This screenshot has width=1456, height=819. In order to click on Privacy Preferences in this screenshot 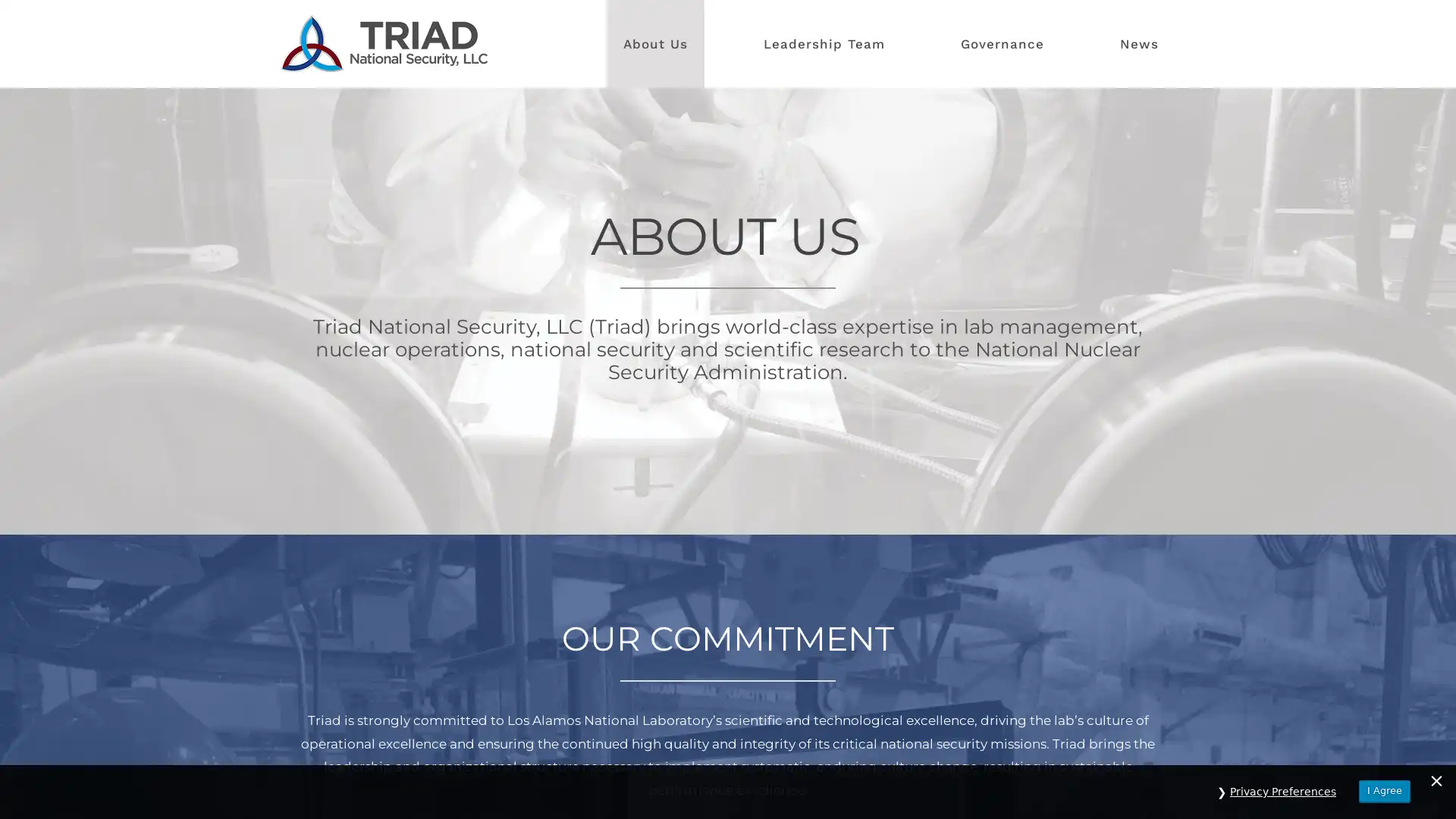, I will do `click(1282, 791)`.